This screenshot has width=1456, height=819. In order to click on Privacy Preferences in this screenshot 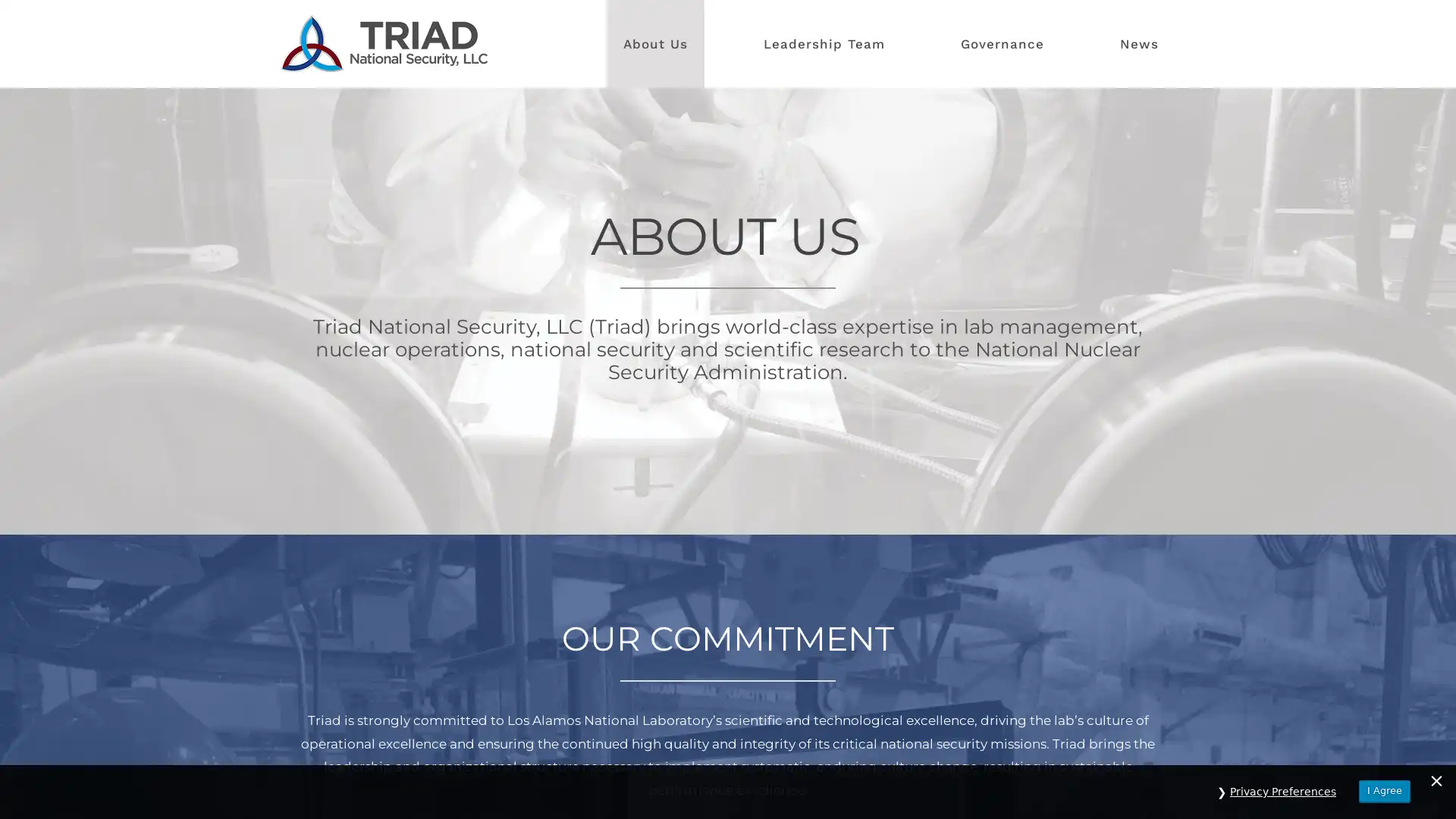, I will do `click(1282, 791)`.